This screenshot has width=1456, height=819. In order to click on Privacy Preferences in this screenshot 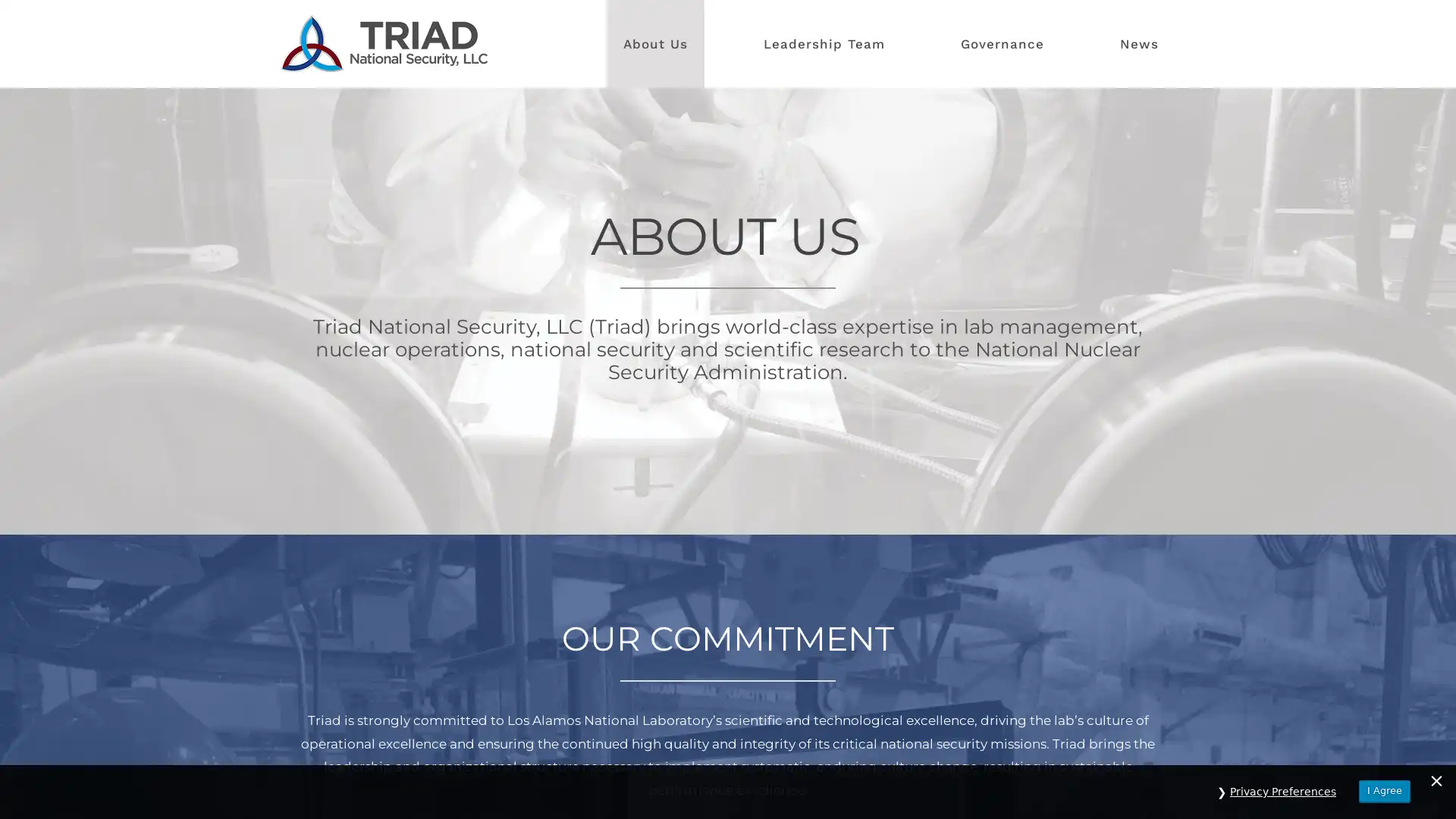, I will do `click(1282, 791)`.